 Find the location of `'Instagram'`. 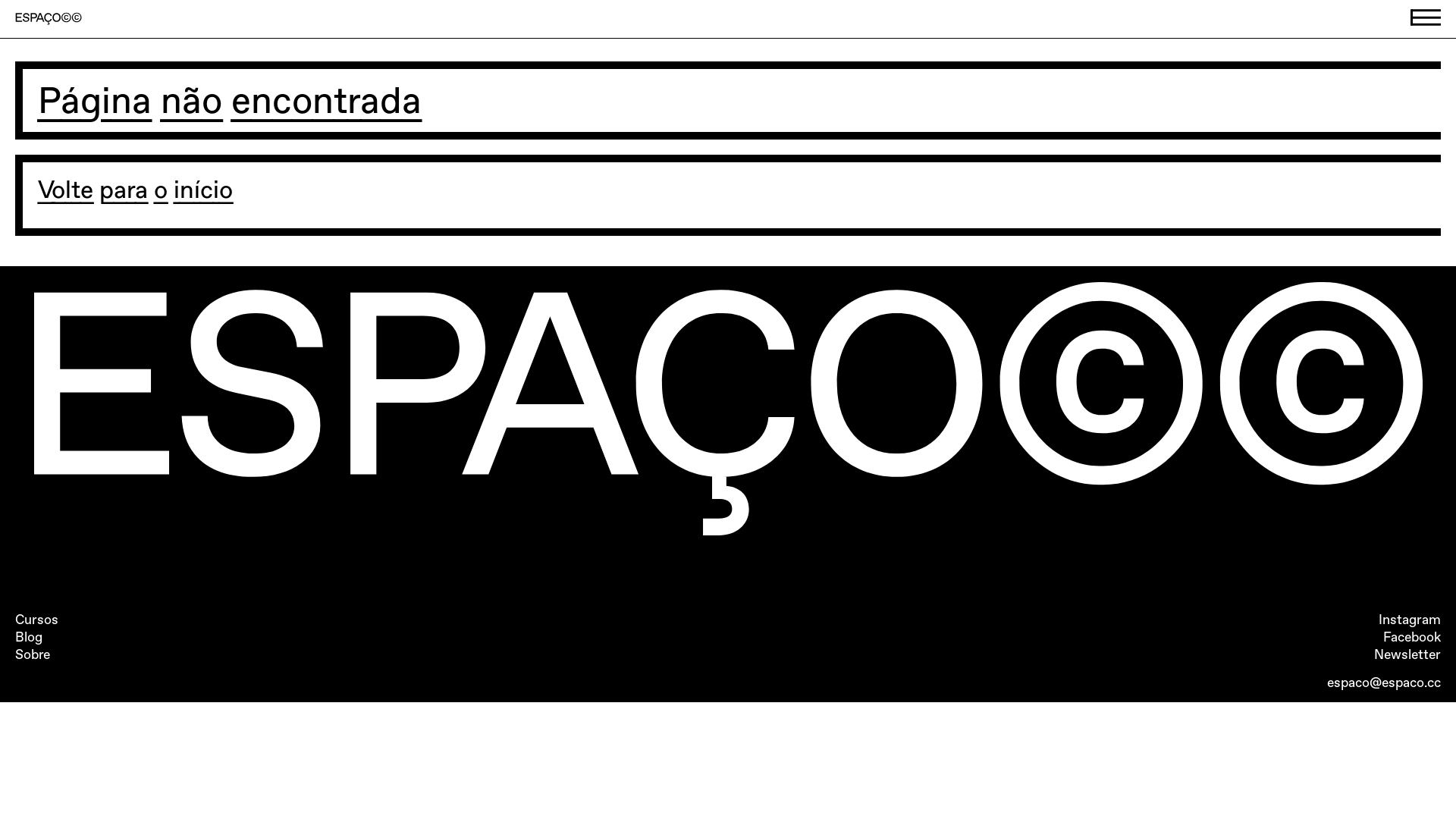

'Instagram' is located at coordinates (1379, 620).